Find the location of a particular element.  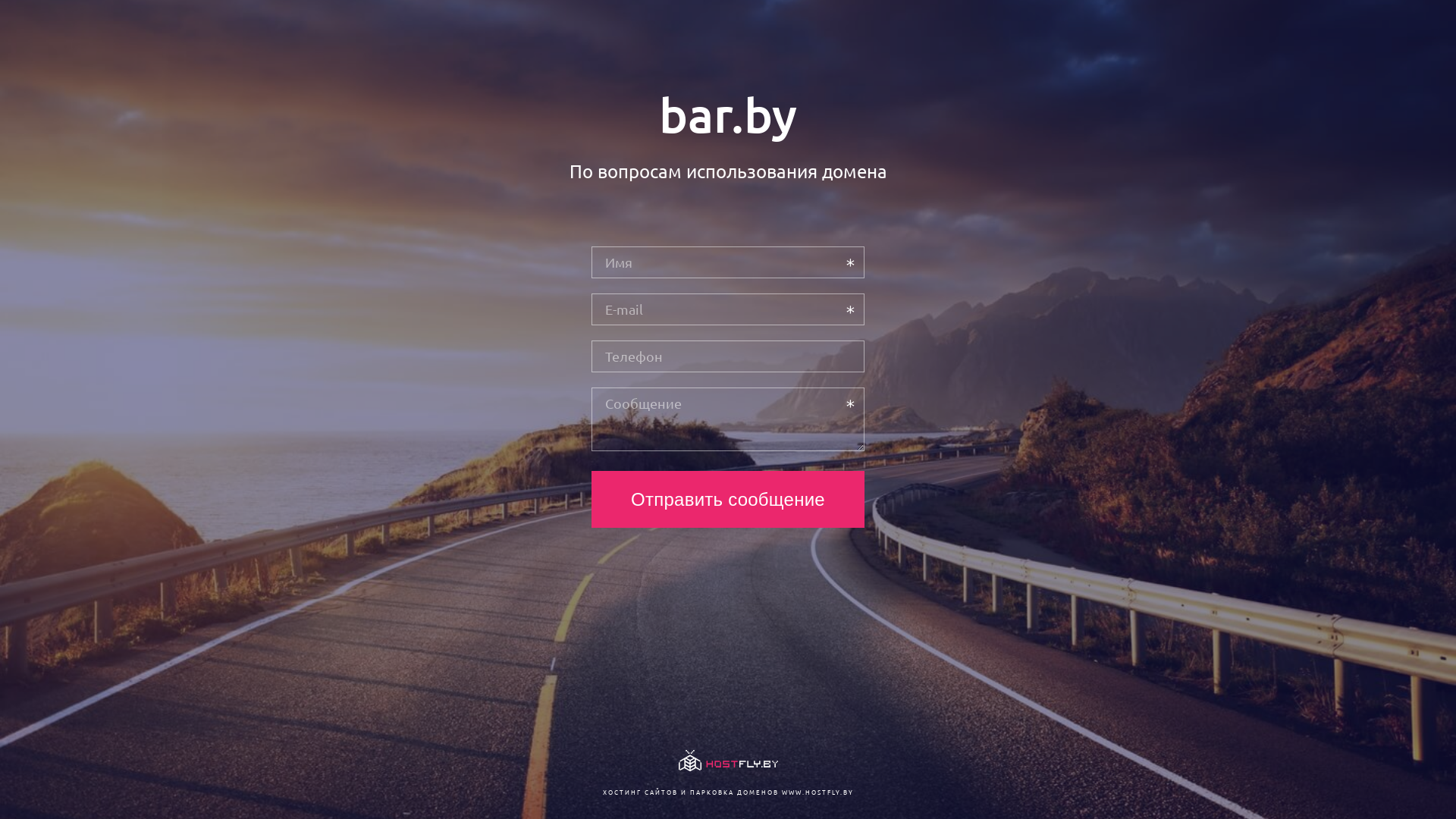

'WWW.HOSTFLY.BY' is located at coordinates (816, 791).